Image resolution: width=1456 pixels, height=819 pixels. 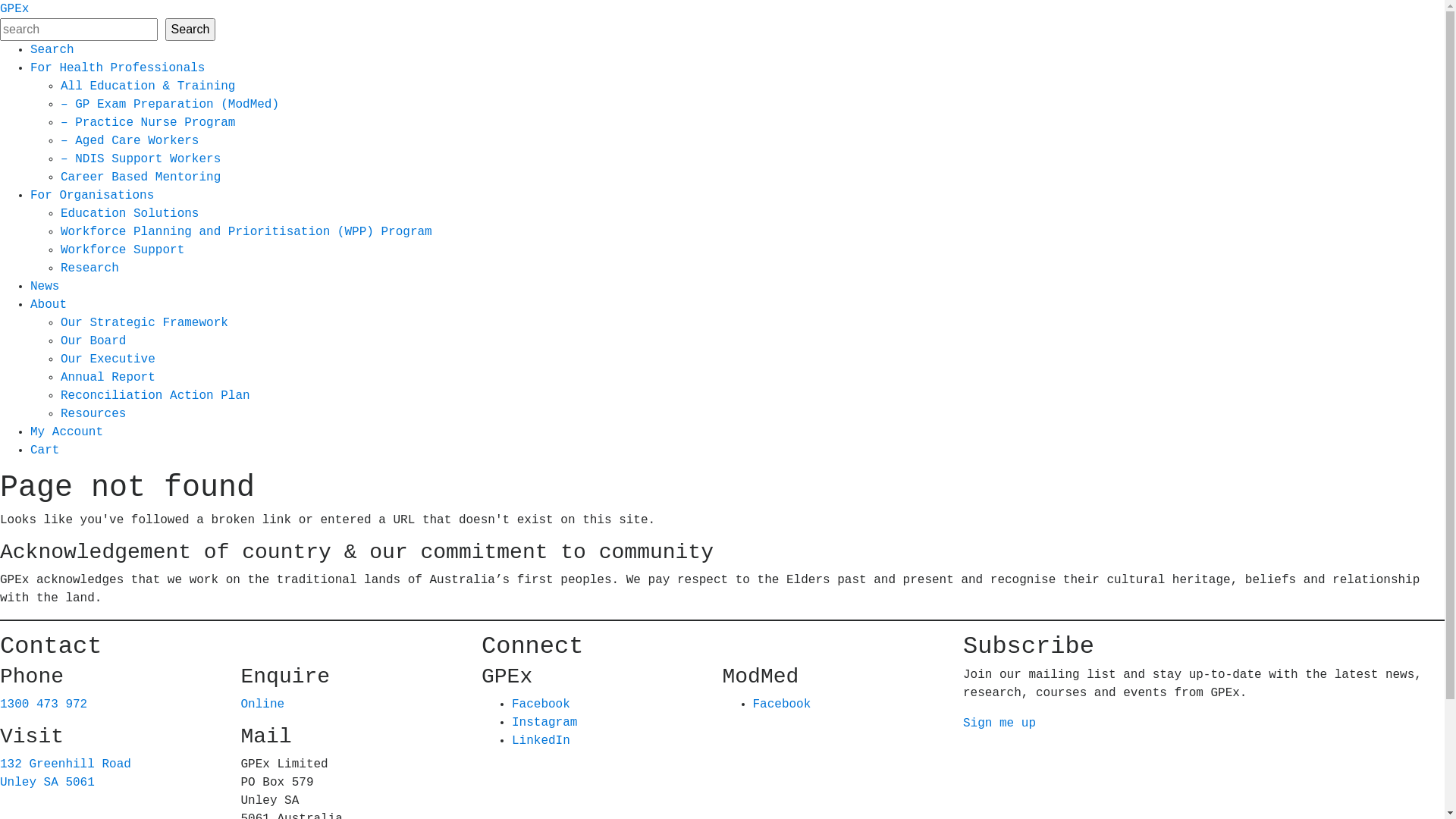 What do you see at coordinates (0, 704) in the screenshot?
I see `'1300 473 972'` at bounding box center [0, 704].